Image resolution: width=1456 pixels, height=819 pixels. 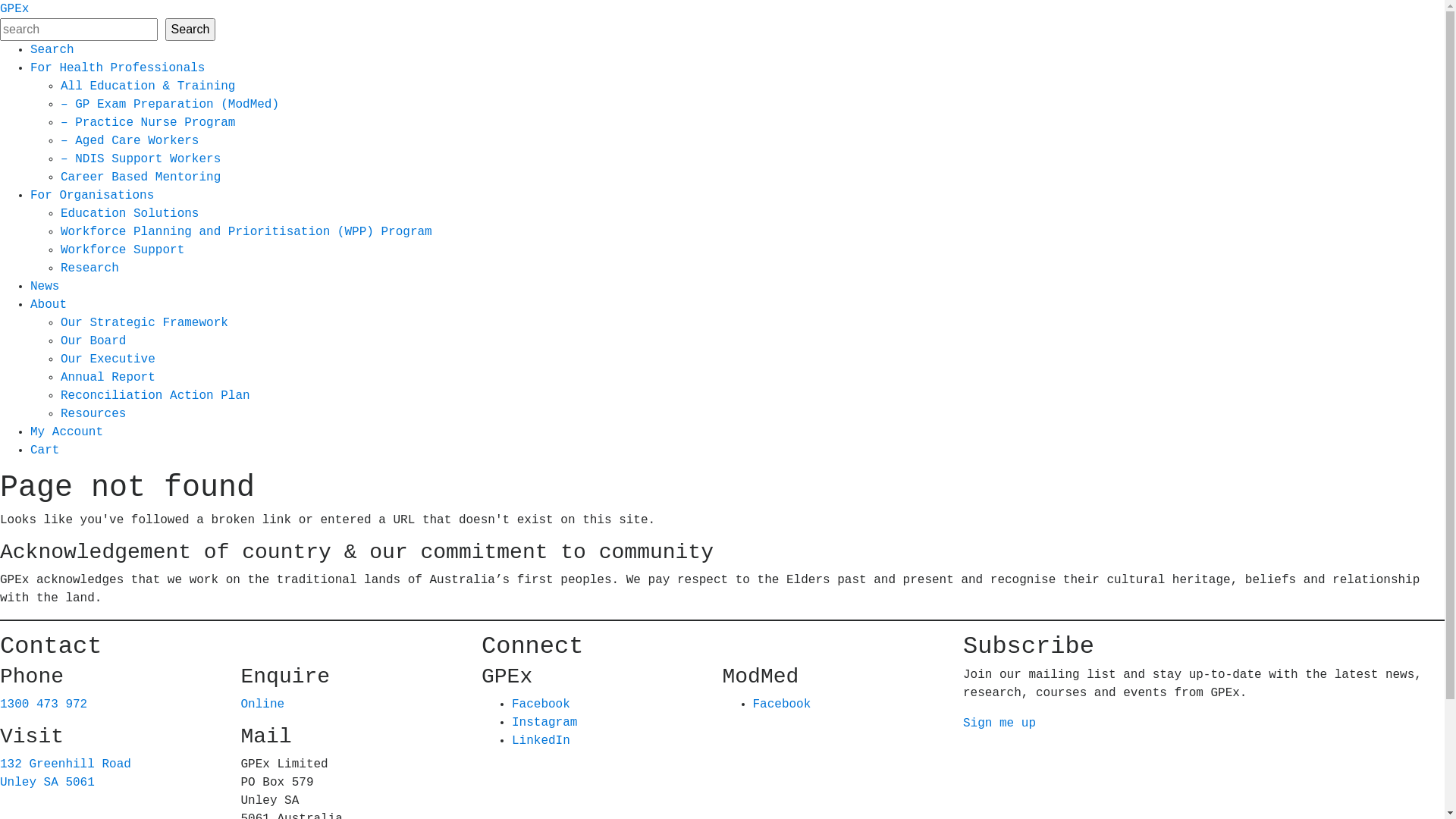 What do you see at coordinates (0, 704) in the screenshot?
I see `'1300 473 972'` at bounding box center [0, 704].